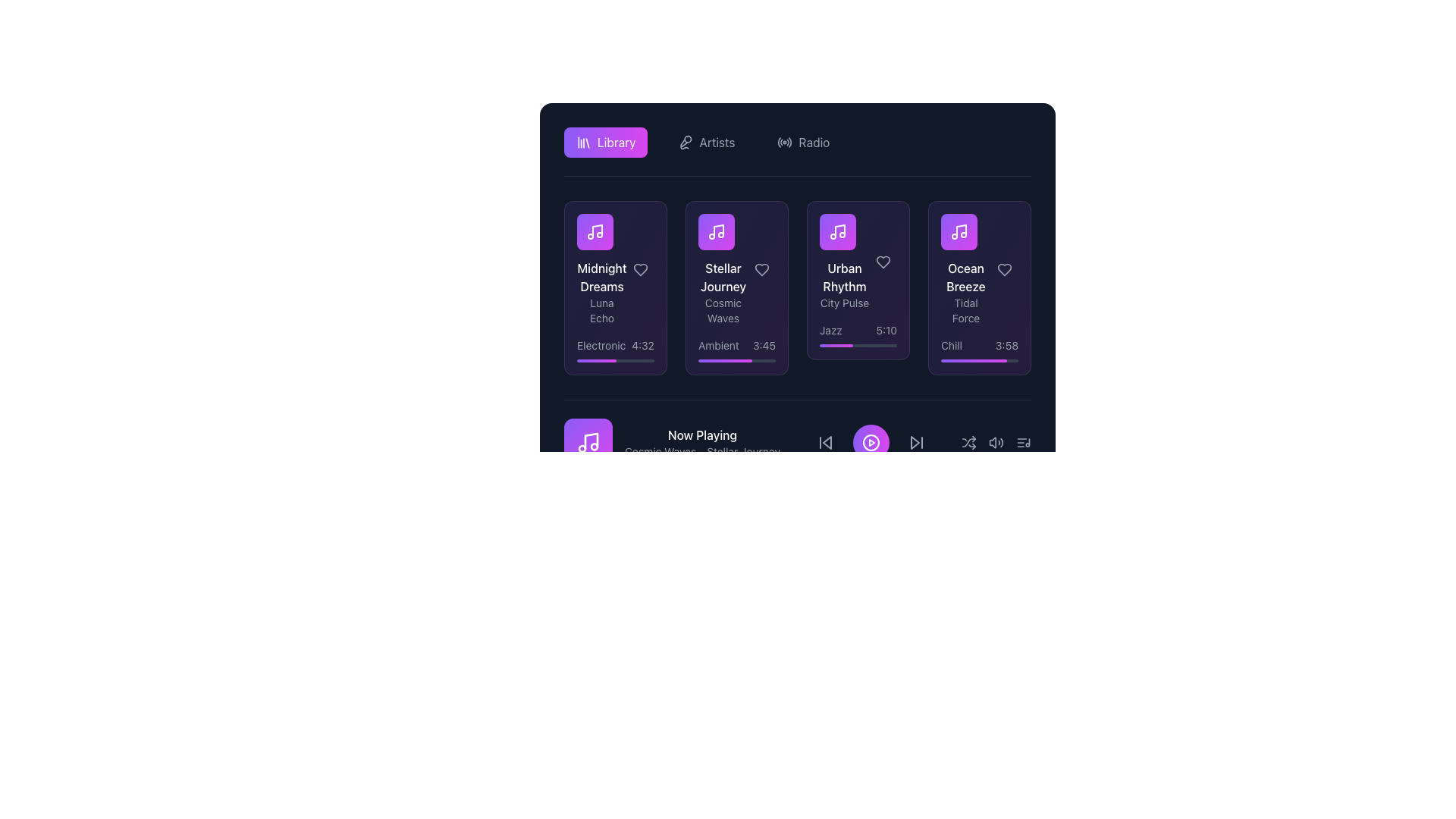  Describe the element at coordinates (705, 143) in the screenshot. I see `the microphone icon next to the text 'Artists' in the top navigation bar to change its appearance` at that location.